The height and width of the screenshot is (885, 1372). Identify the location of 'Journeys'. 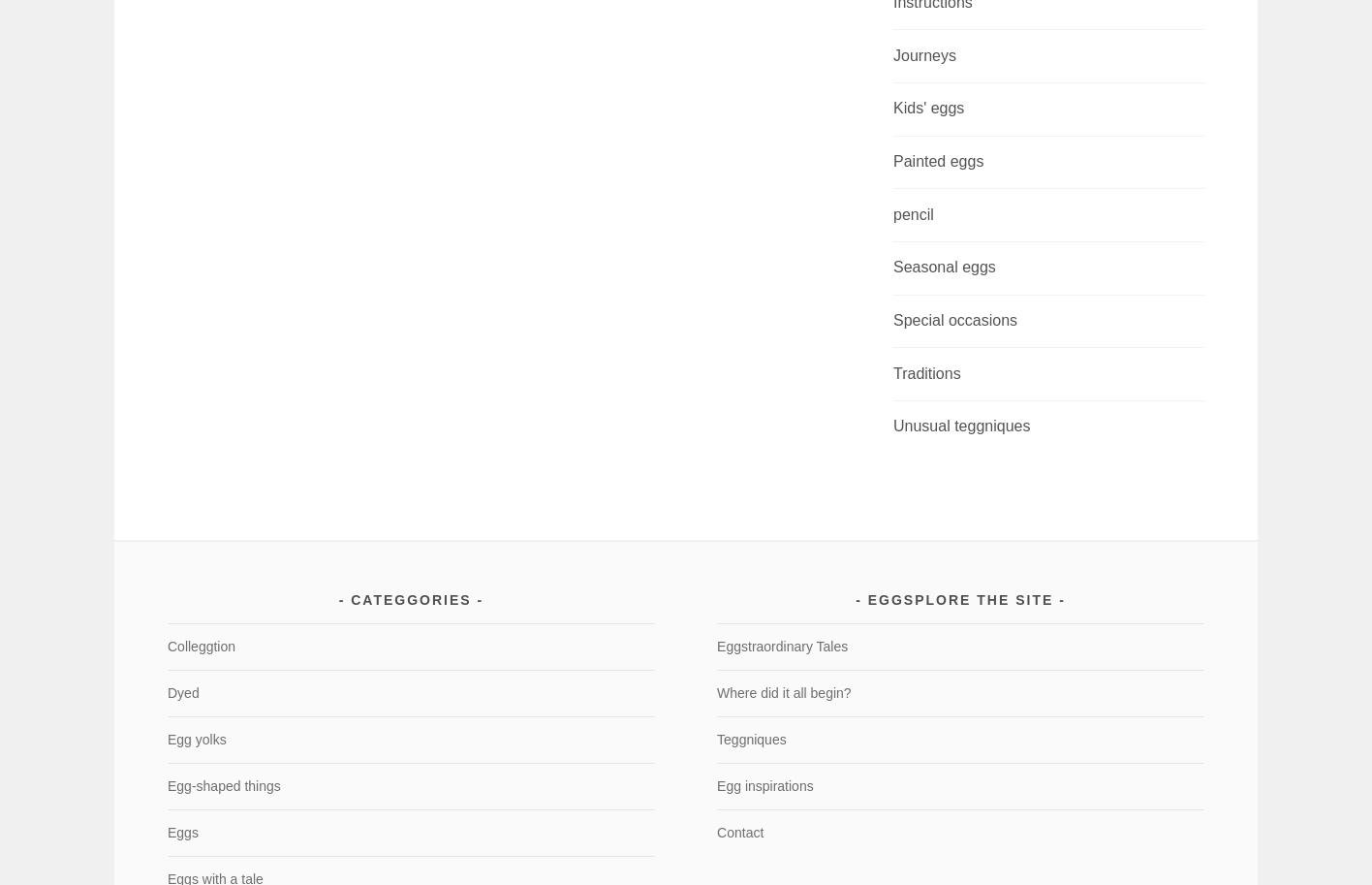
(923, 53).